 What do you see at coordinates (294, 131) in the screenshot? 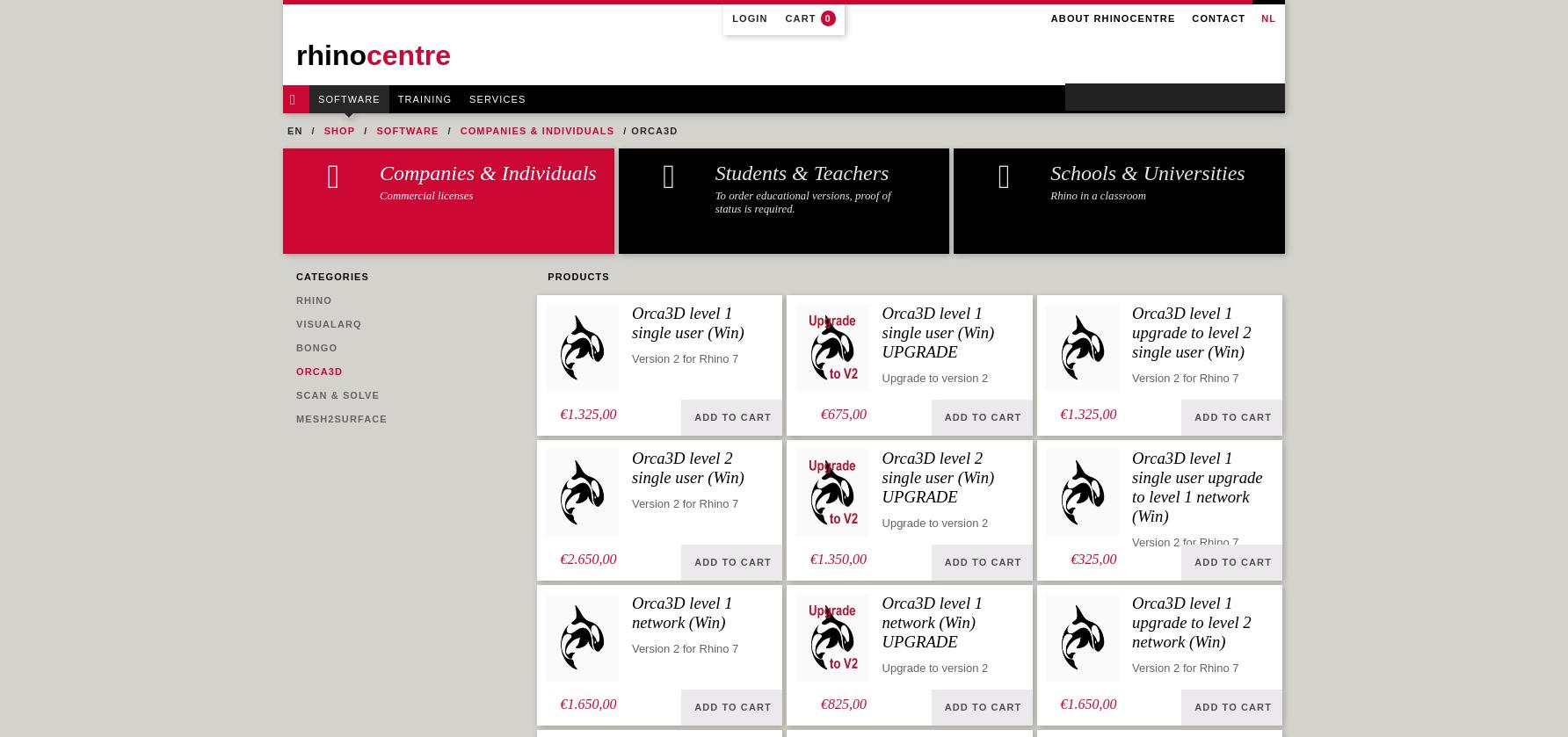
I see `'en'` at bounding box center [294, 131].